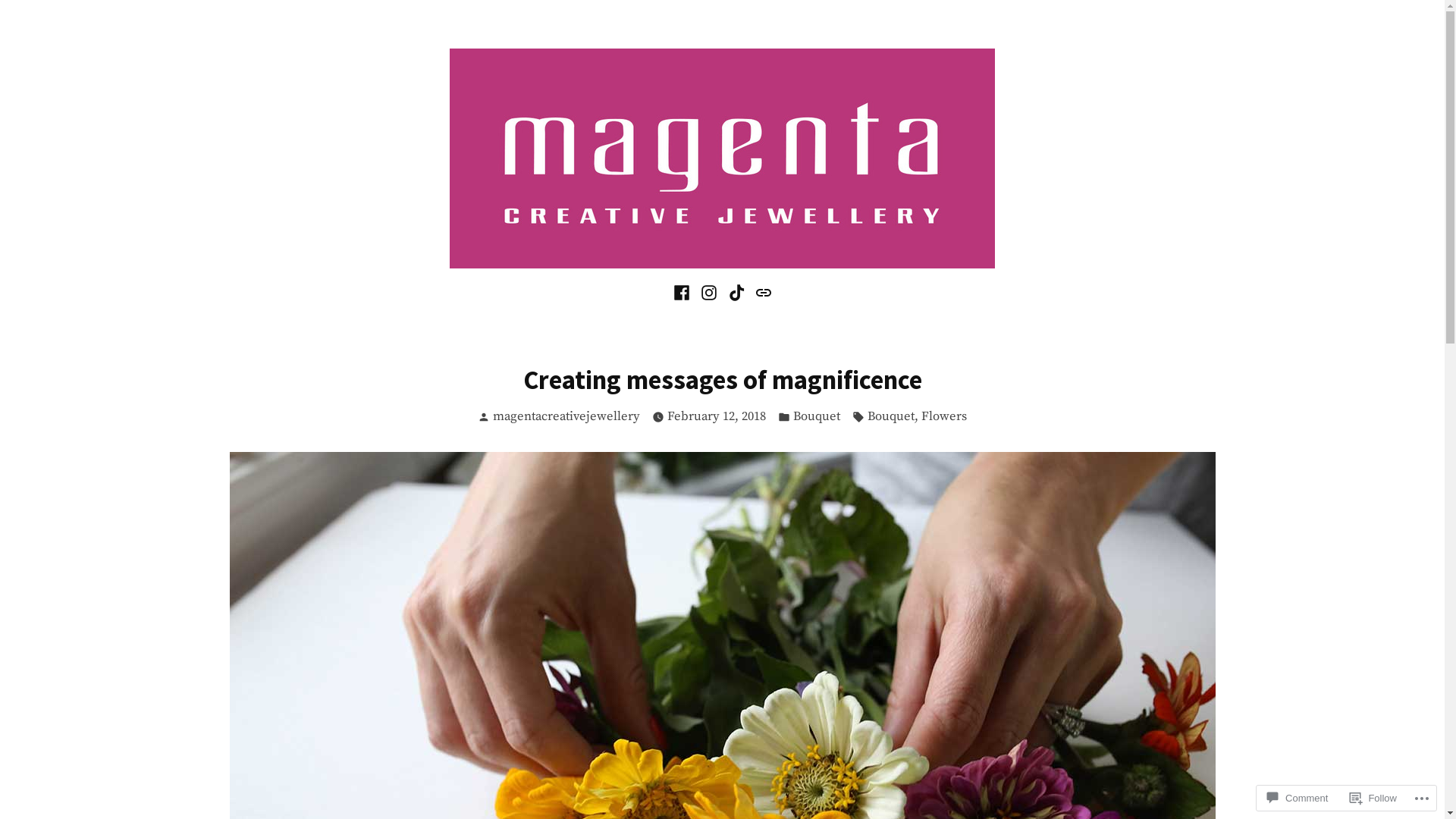 This screenshot has height=819, width=1456. I want to click on 'February 12, 2018', so click(667, 417).